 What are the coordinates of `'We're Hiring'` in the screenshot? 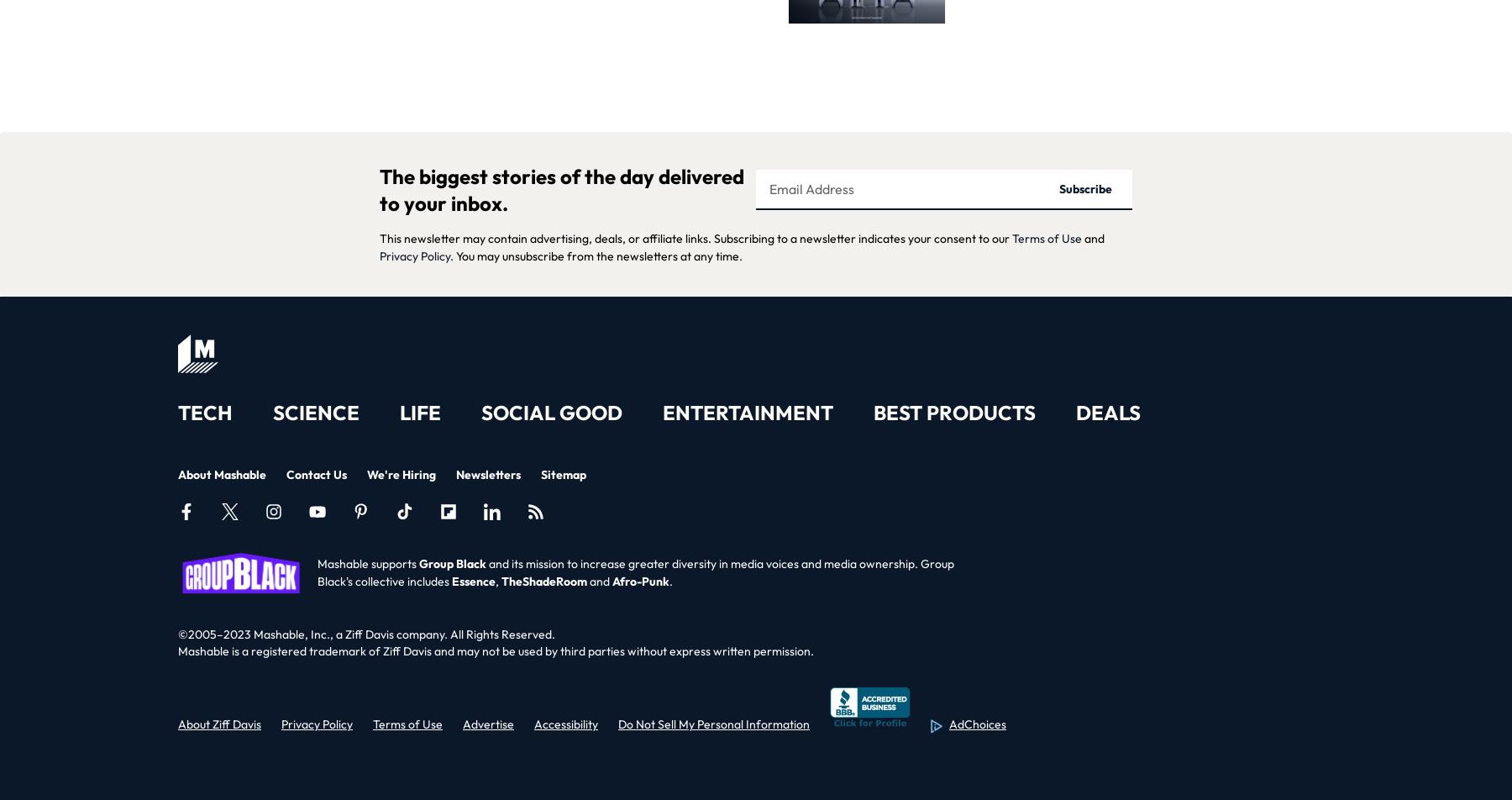 It's located at (401, 473).